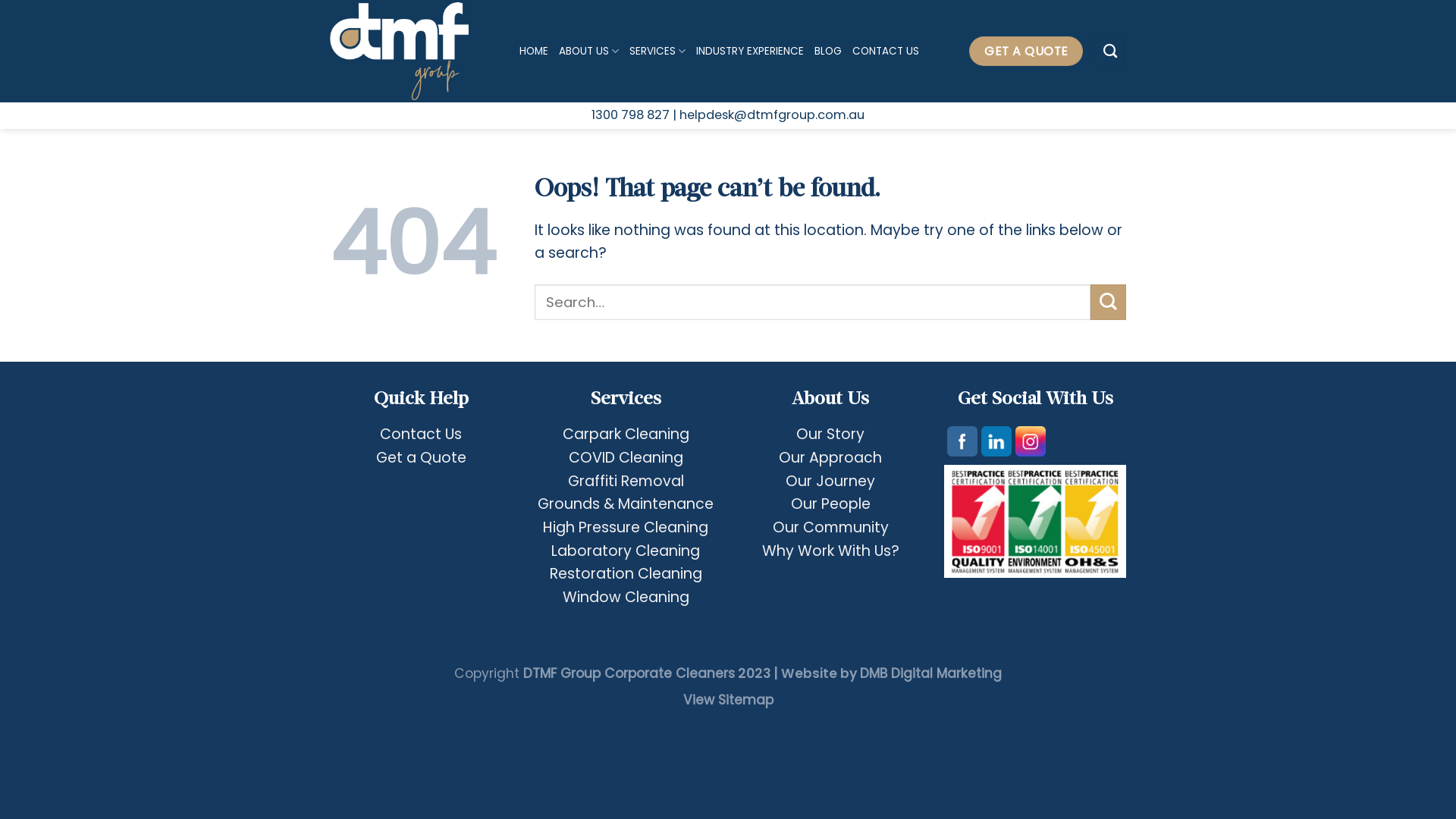 The image size is (1456, 819). Describe the element at coordinates (1030, 441) in the screenshot. I see `'Instagram'` at that location.